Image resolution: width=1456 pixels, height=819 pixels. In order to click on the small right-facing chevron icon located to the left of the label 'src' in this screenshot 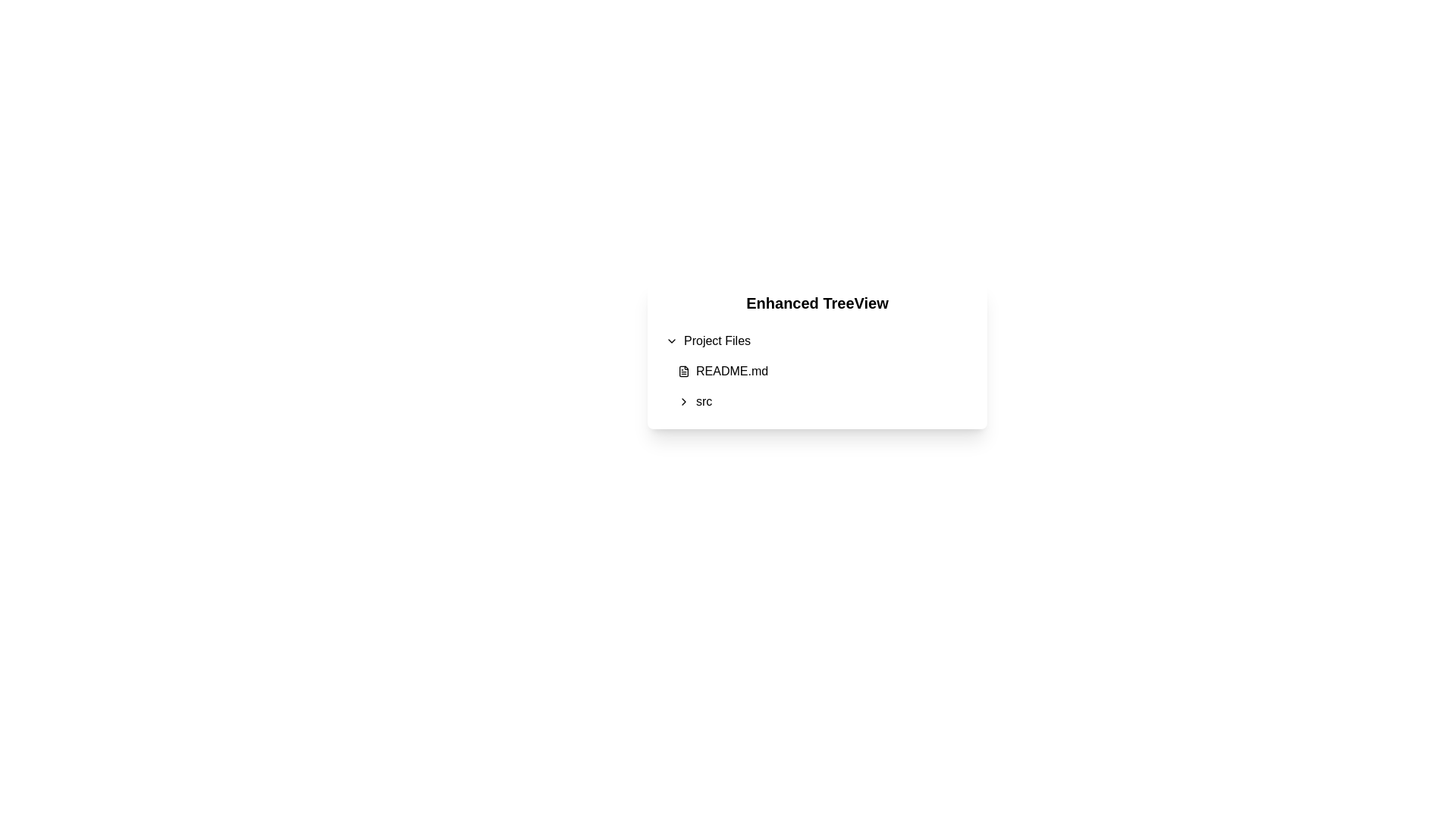, I will do `click(683, 400)`.